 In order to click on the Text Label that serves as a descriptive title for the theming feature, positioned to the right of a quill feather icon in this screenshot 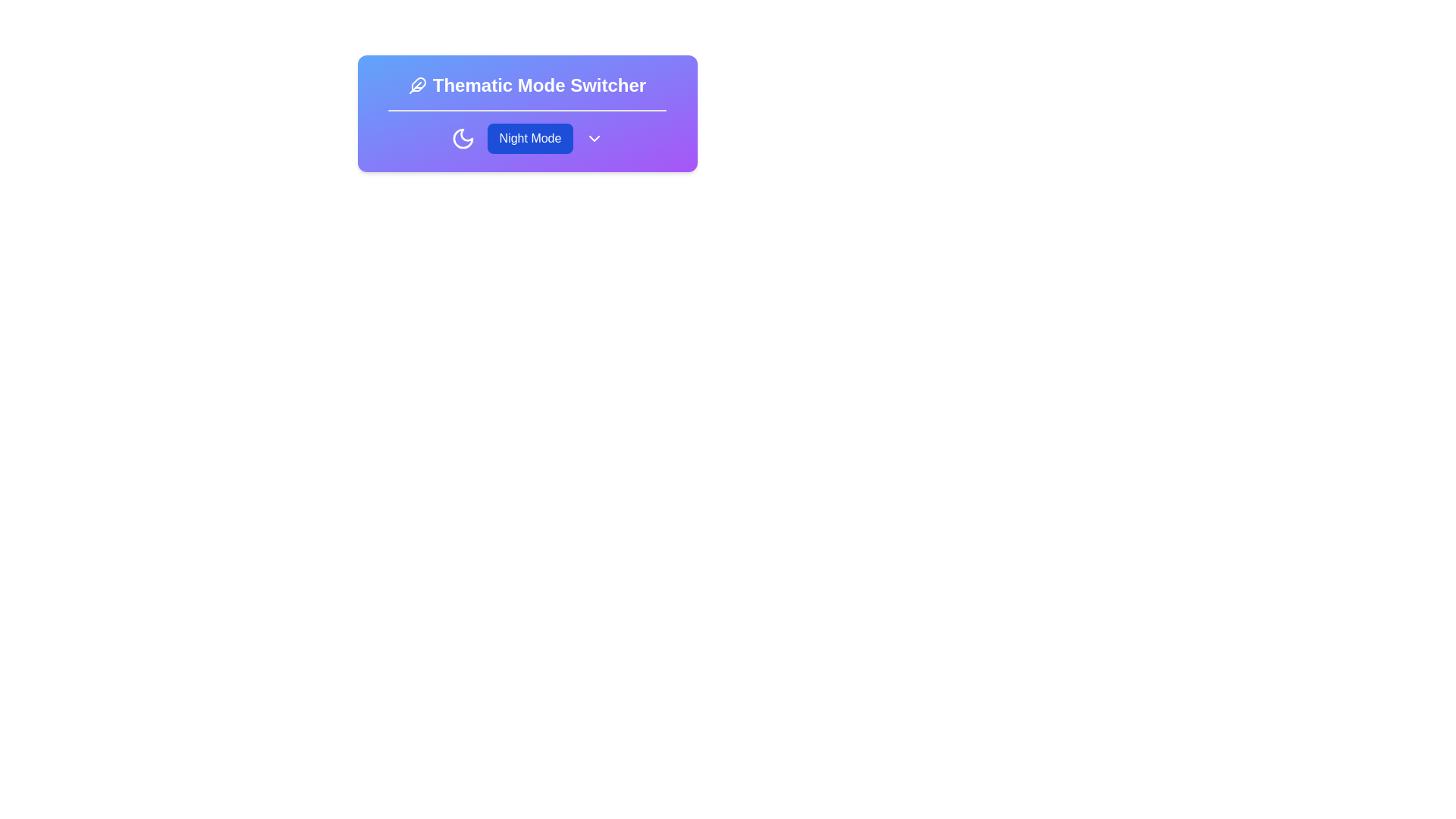, I will do `click(539, 85)`.